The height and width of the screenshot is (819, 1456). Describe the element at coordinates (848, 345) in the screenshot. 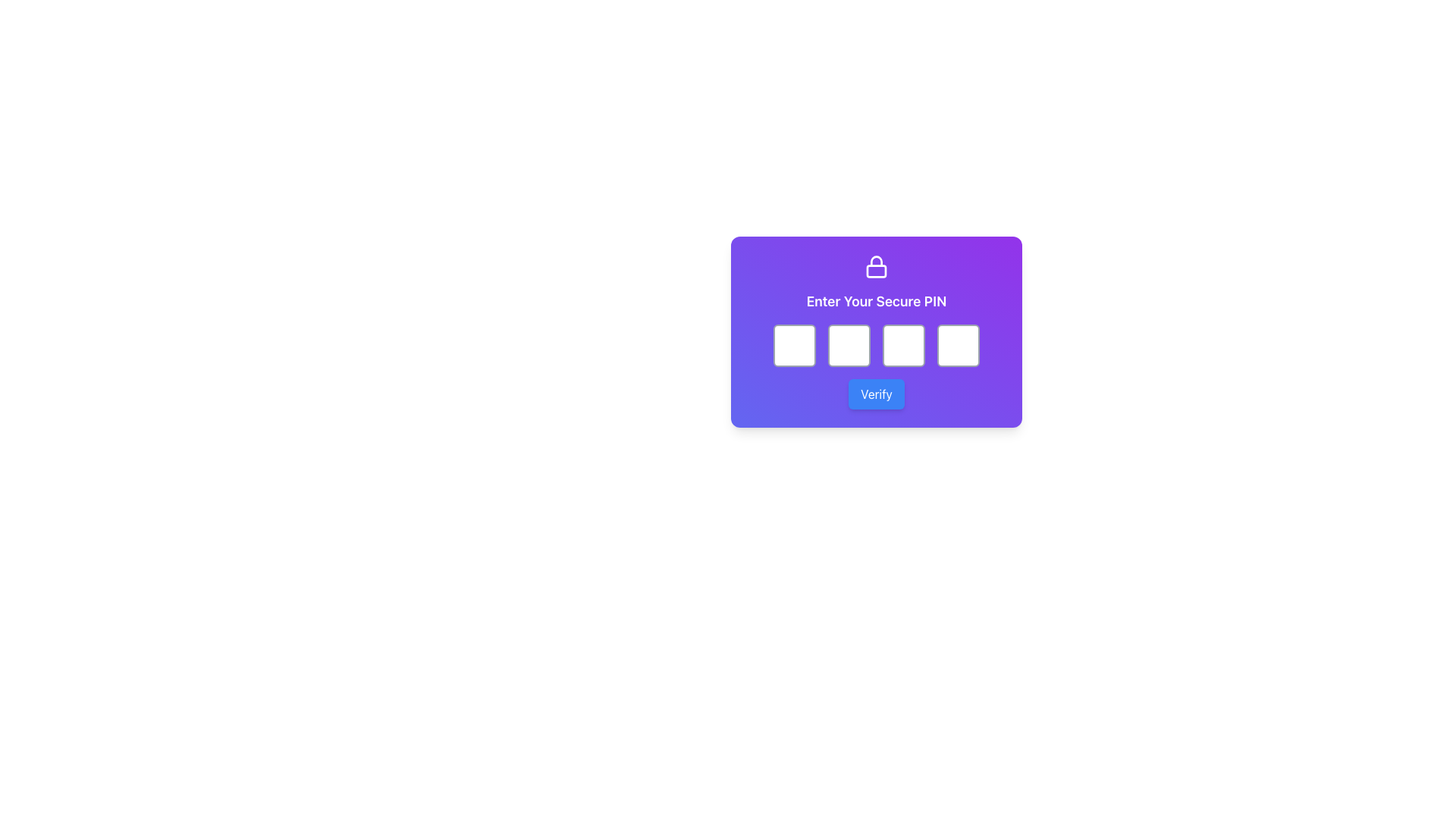

I see `the second password input field, which is a square, white input box with a thin gray border and rounded corners, to set focus on it` at that location.